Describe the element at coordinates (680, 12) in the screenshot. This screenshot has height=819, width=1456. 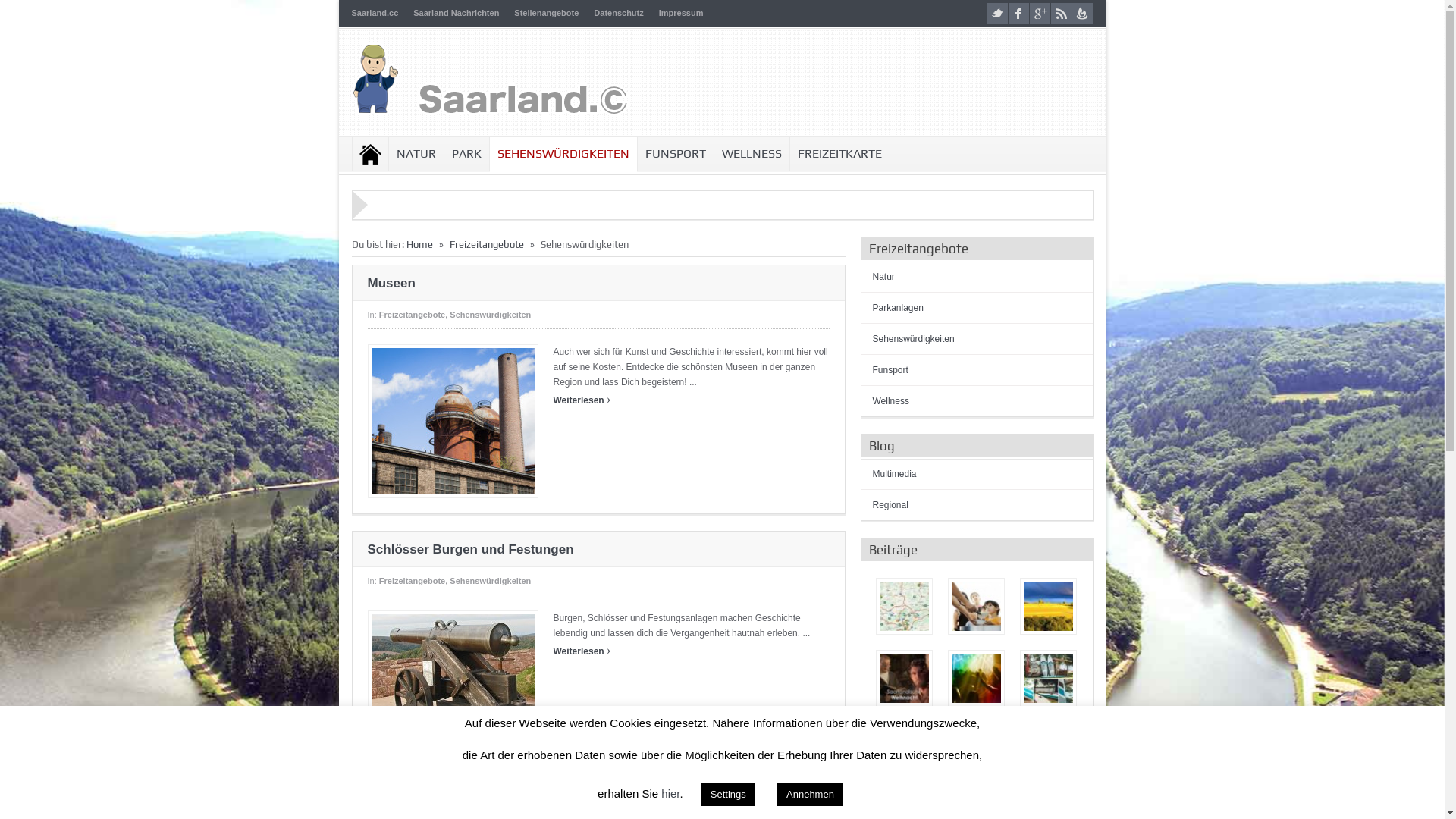
I see `'Impressum'` at that location.